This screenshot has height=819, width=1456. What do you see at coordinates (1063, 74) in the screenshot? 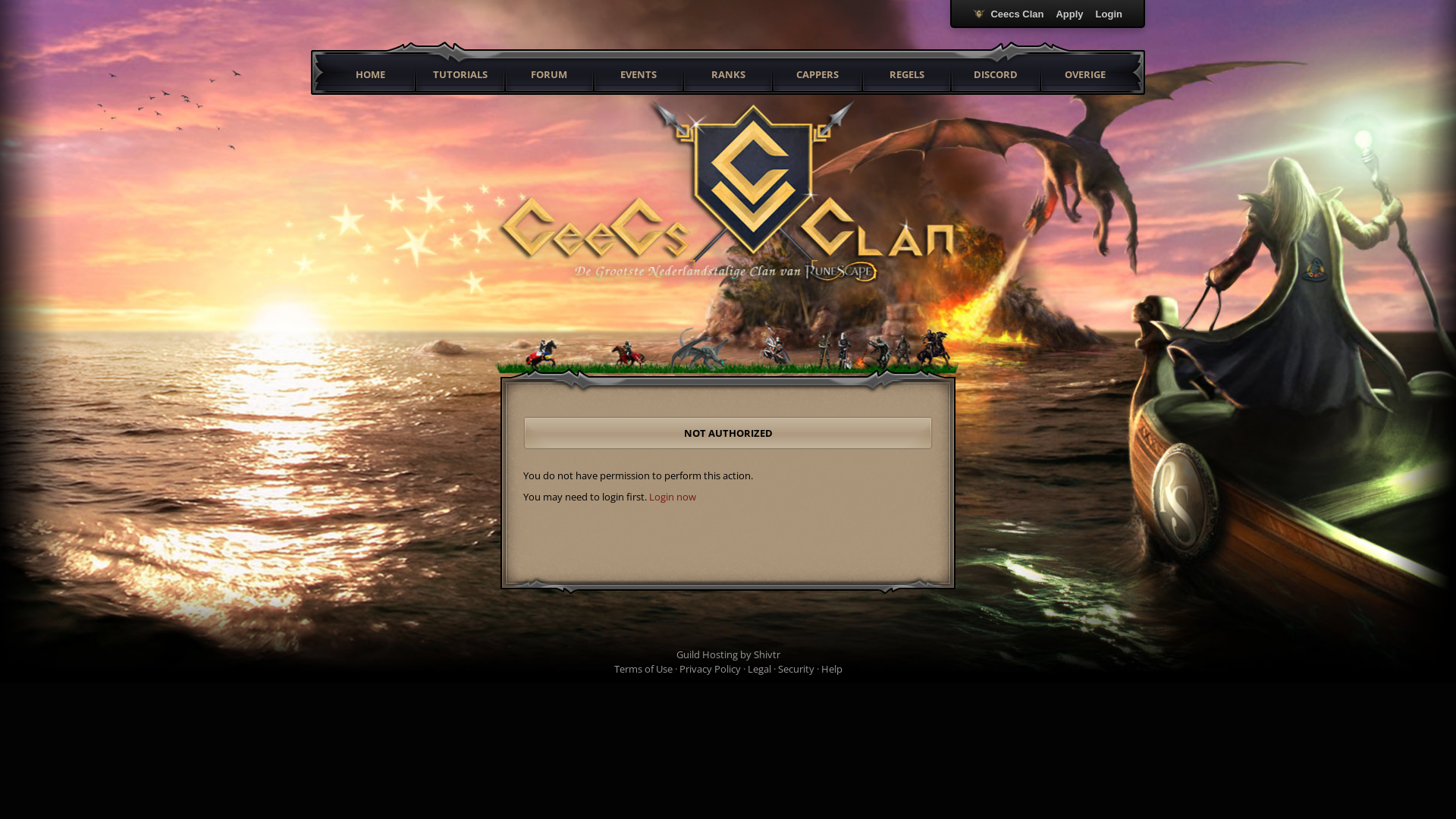
I see `'OVERIGE'` at bounding box center [1063, 74].